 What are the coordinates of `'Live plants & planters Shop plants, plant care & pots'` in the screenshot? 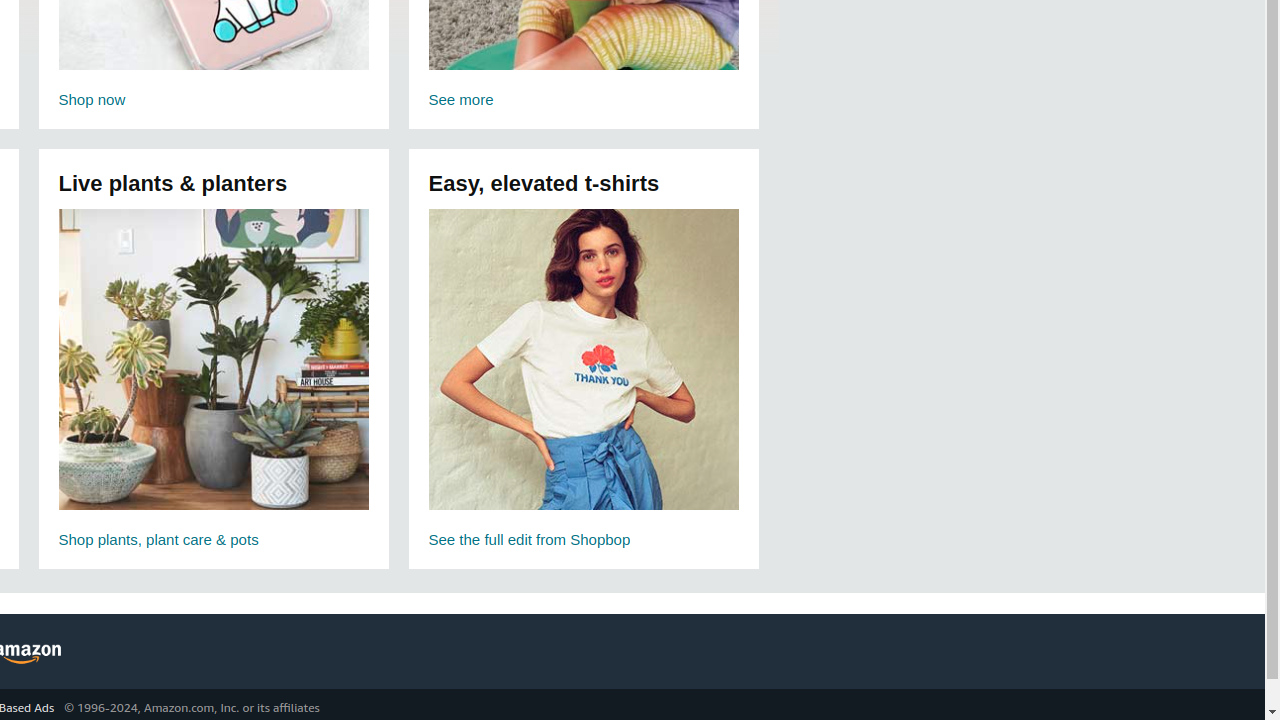 It's located at (213, 381).